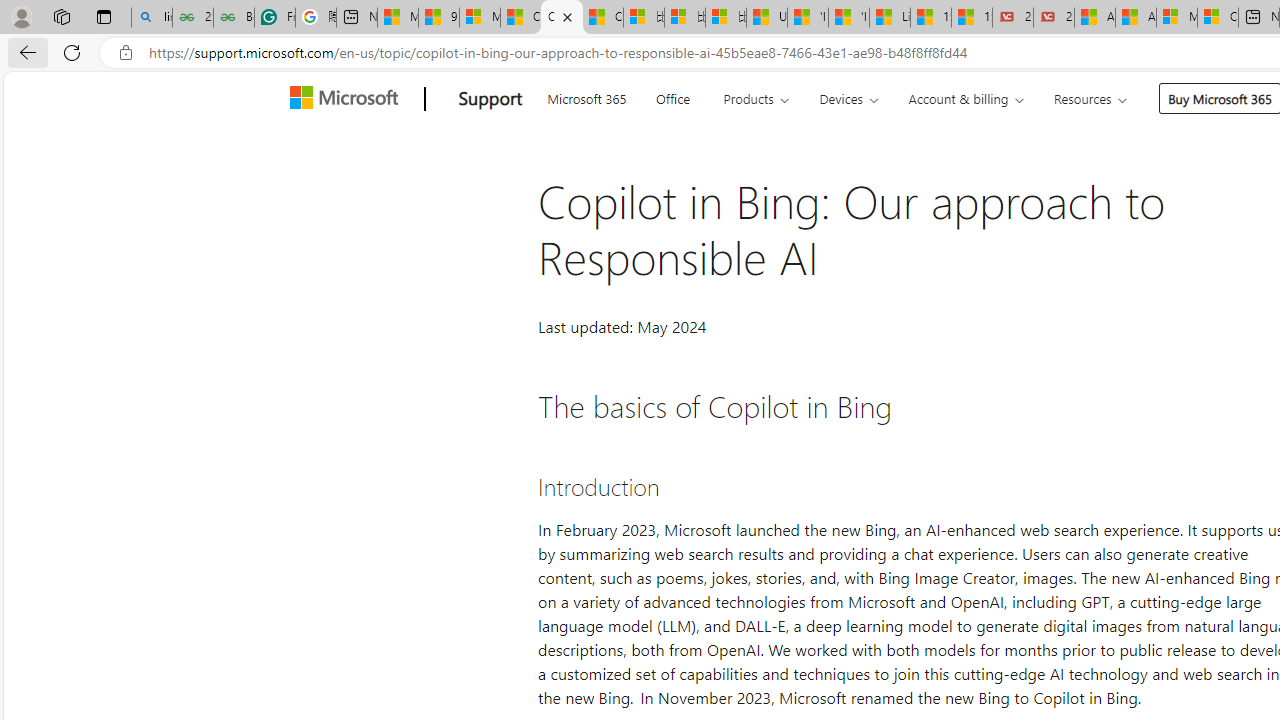 The height and width of the screenshot is (720, 1280). Describe the element at coordinates (490, 99) in the screenshot. I see `'Support'` at that location.